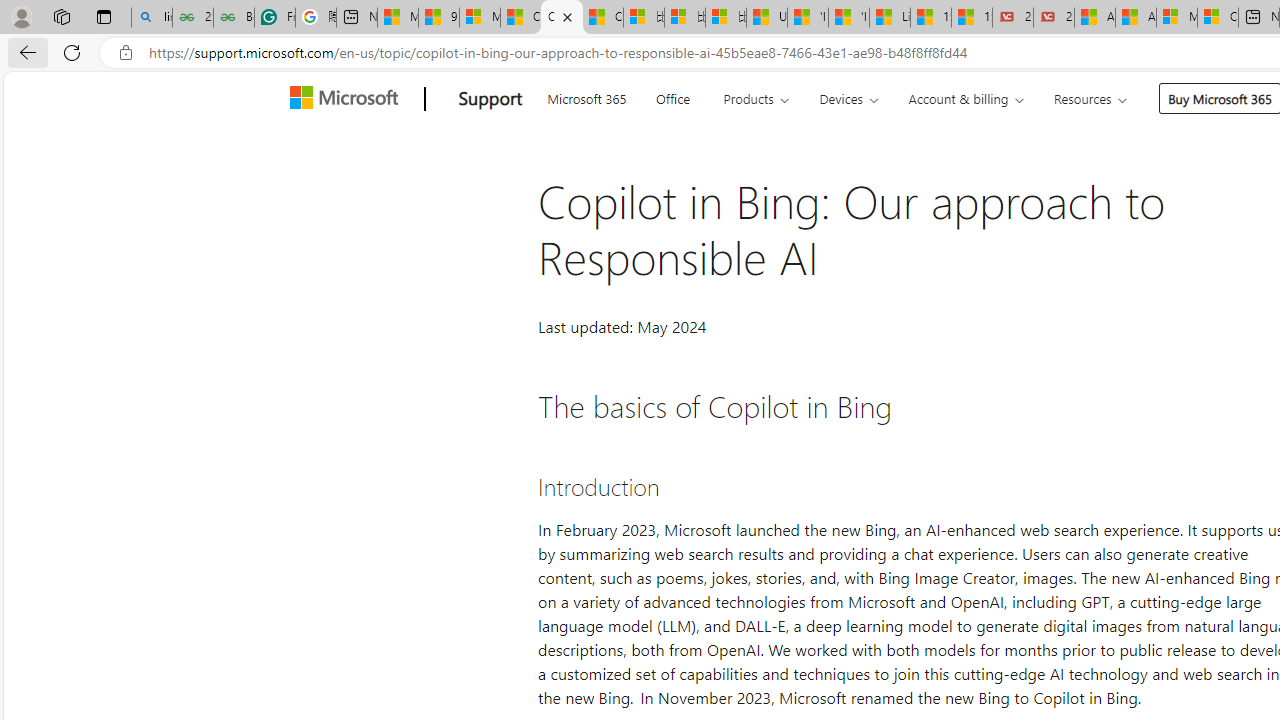 The height and width of the screenshot is (720, 1280). Describe the element at coordinates (490, 99) in the screenshot. I see `'Support'` at that location.